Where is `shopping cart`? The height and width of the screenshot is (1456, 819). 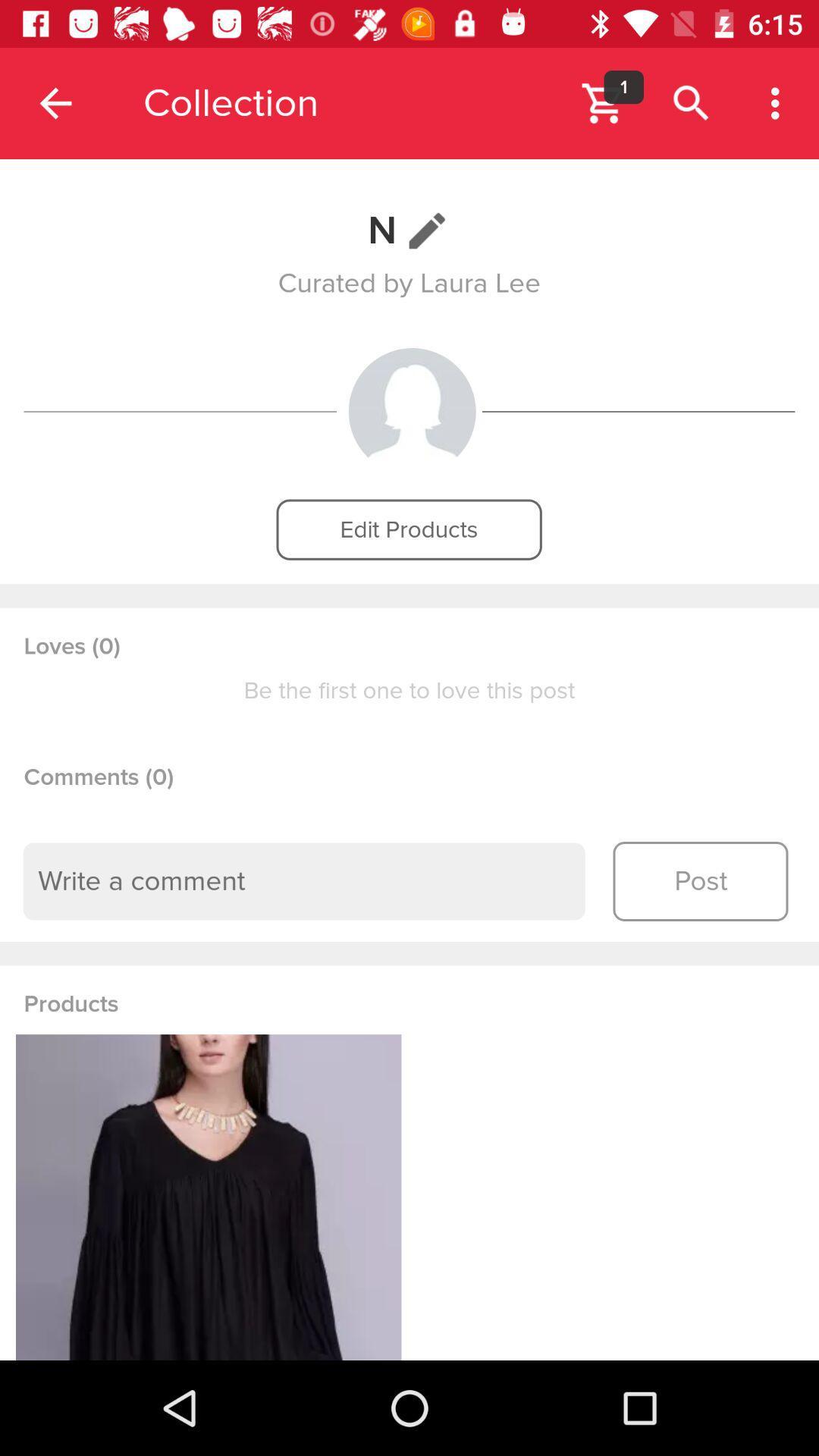
shopping cart is located at coordinates (603, 102).